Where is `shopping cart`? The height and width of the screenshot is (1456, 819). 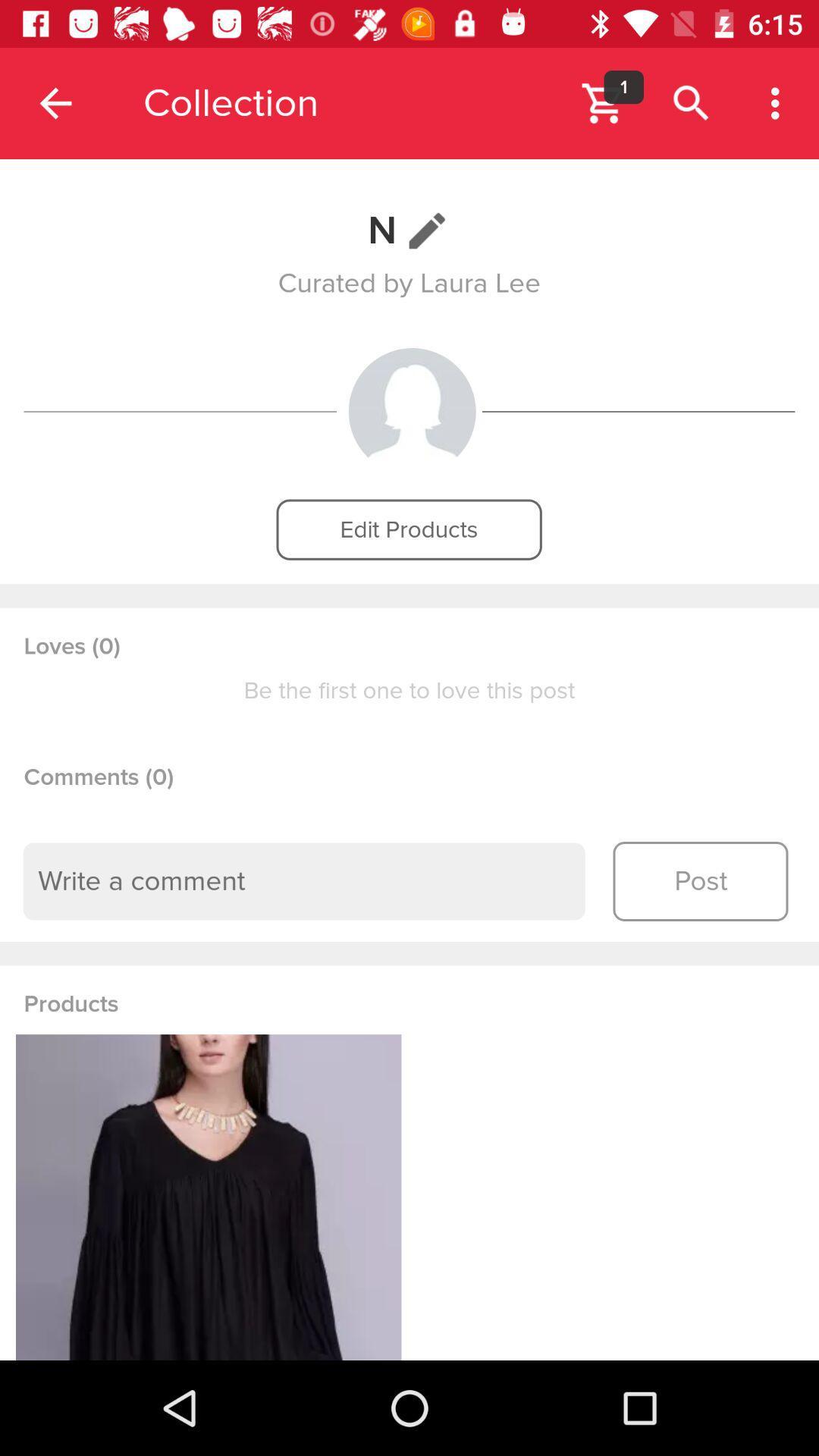
shopping cart is located at coordinates (603, 102).